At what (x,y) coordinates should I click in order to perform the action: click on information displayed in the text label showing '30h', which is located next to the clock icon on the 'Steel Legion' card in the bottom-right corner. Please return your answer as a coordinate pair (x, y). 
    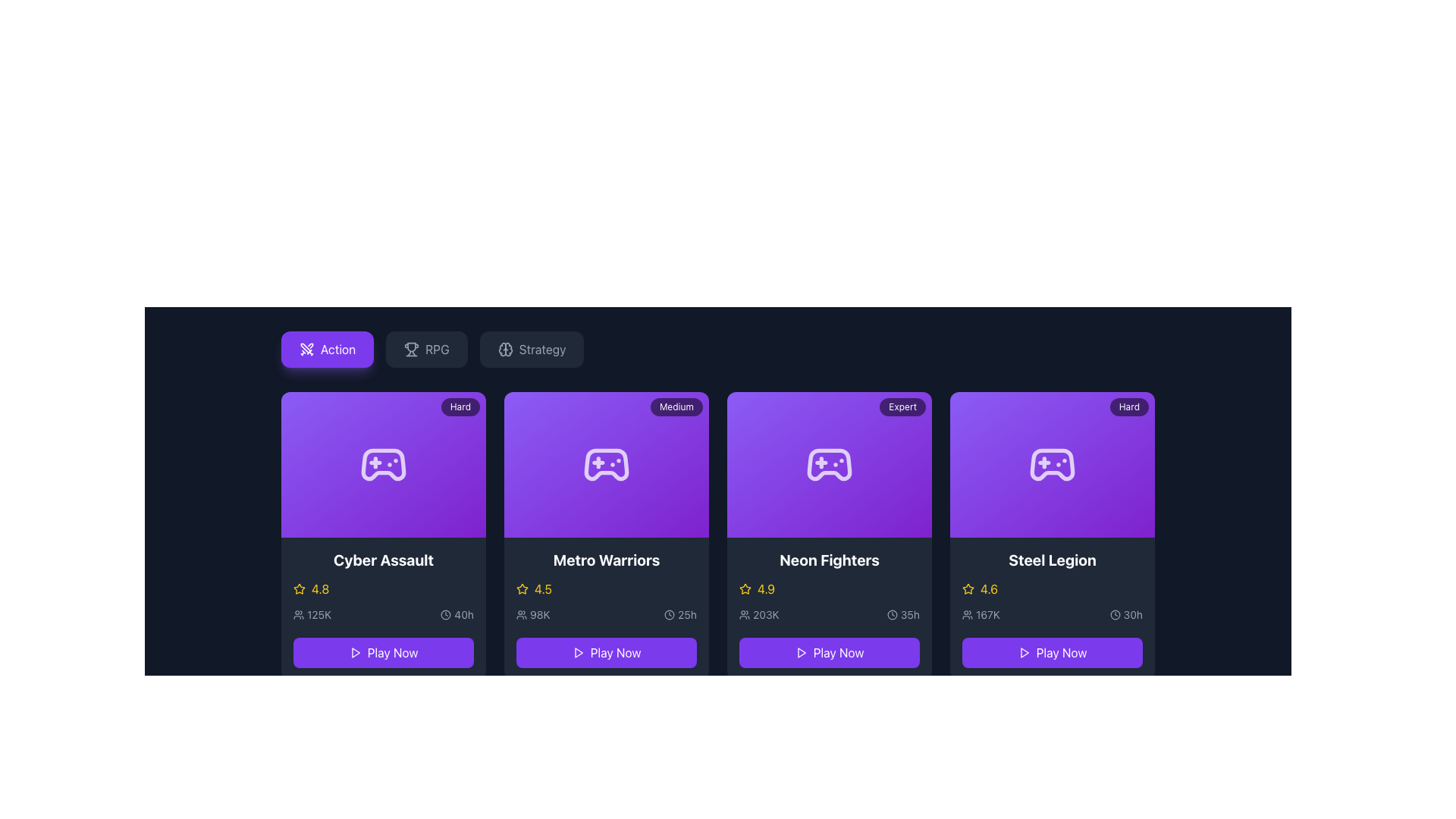
    Looking at the image, I should click on (1133, 614).